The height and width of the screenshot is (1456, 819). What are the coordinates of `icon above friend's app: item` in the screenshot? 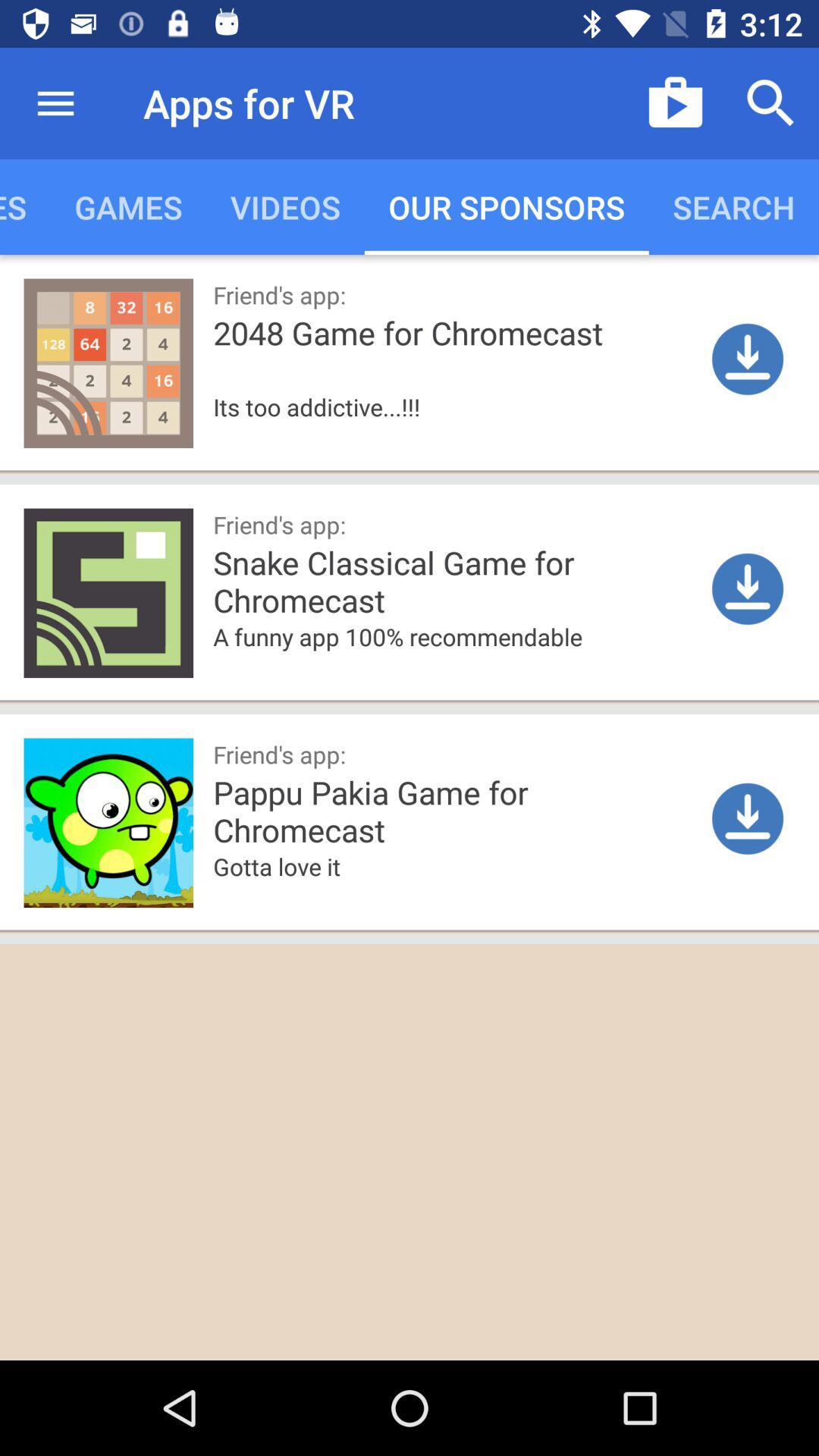 It's located at (457, 660).